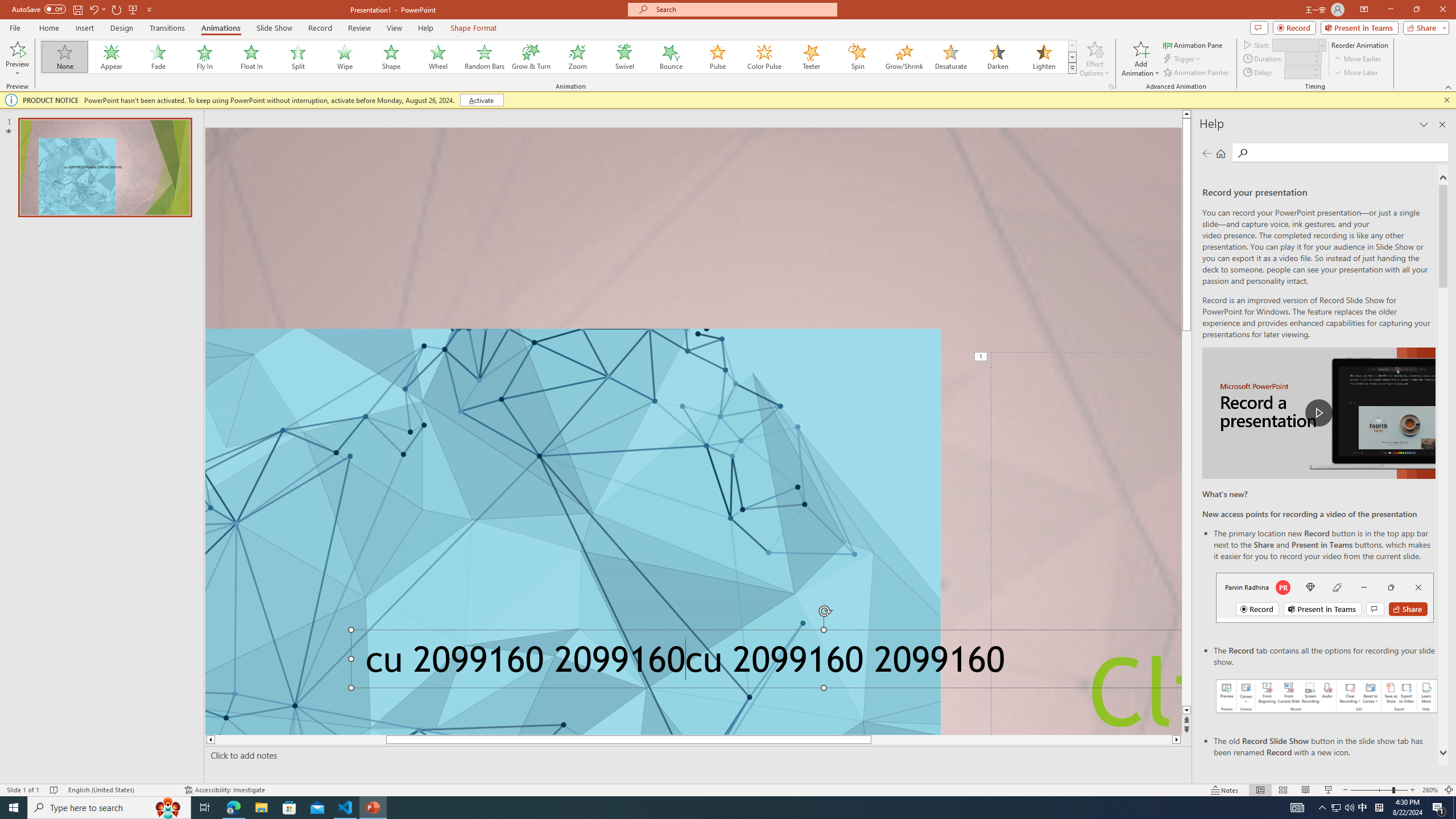 Image resolution: width=1456 pixels, height=819 pixels. What do you see at coordinates (904, 56) in the screenshot?
I see `'Grow/Shrink'` at bounding box center [904, 56].